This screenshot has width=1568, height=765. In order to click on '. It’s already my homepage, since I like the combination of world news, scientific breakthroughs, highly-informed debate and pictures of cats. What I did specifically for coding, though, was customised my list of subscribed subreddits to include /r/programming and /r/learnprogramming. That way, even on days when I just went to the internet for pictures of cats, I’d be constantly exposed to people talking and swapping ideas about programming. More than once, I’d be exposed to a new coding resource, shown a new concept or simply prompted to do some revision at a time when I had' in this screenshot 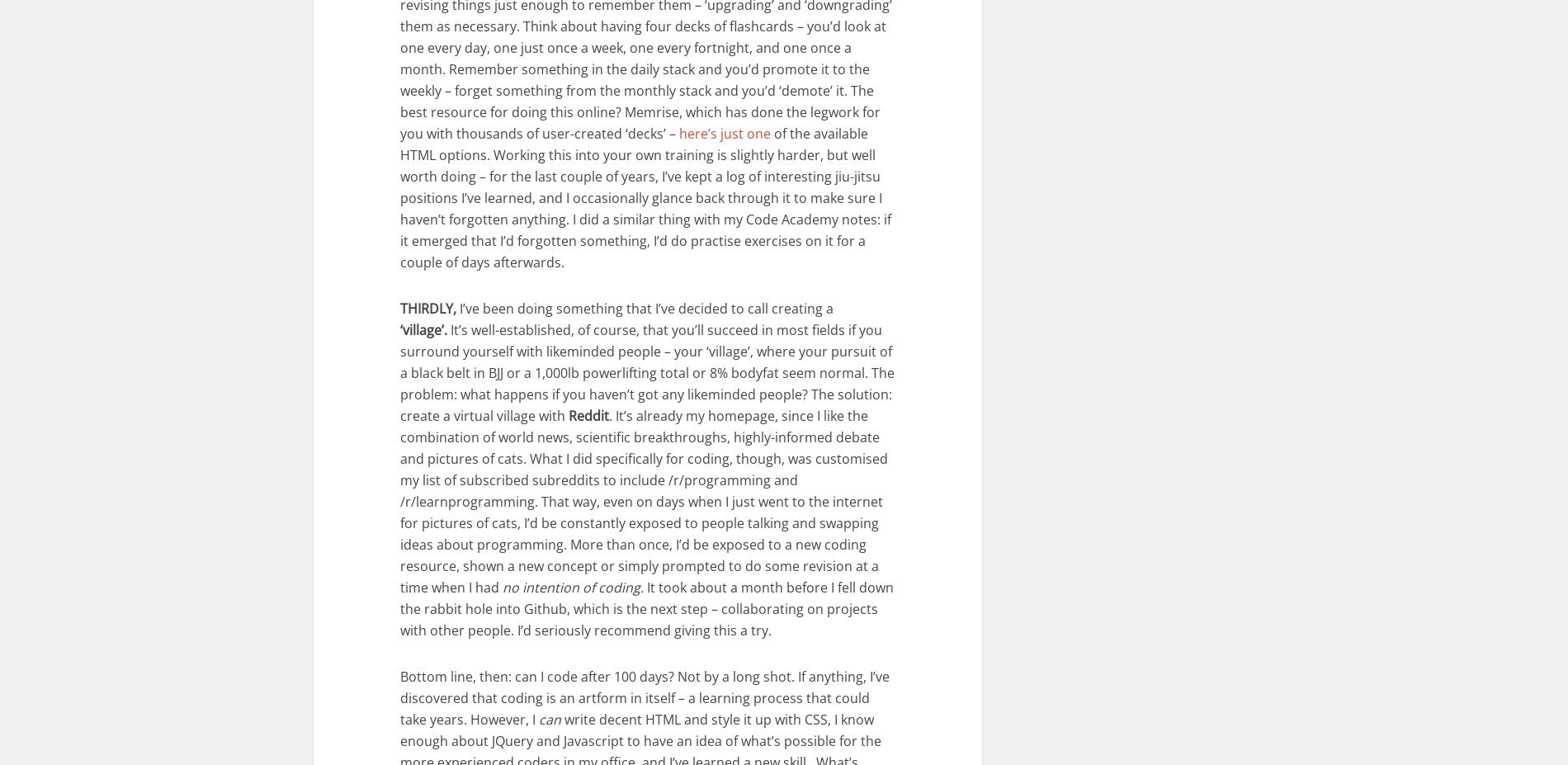, I will do `click(643, 500)`.